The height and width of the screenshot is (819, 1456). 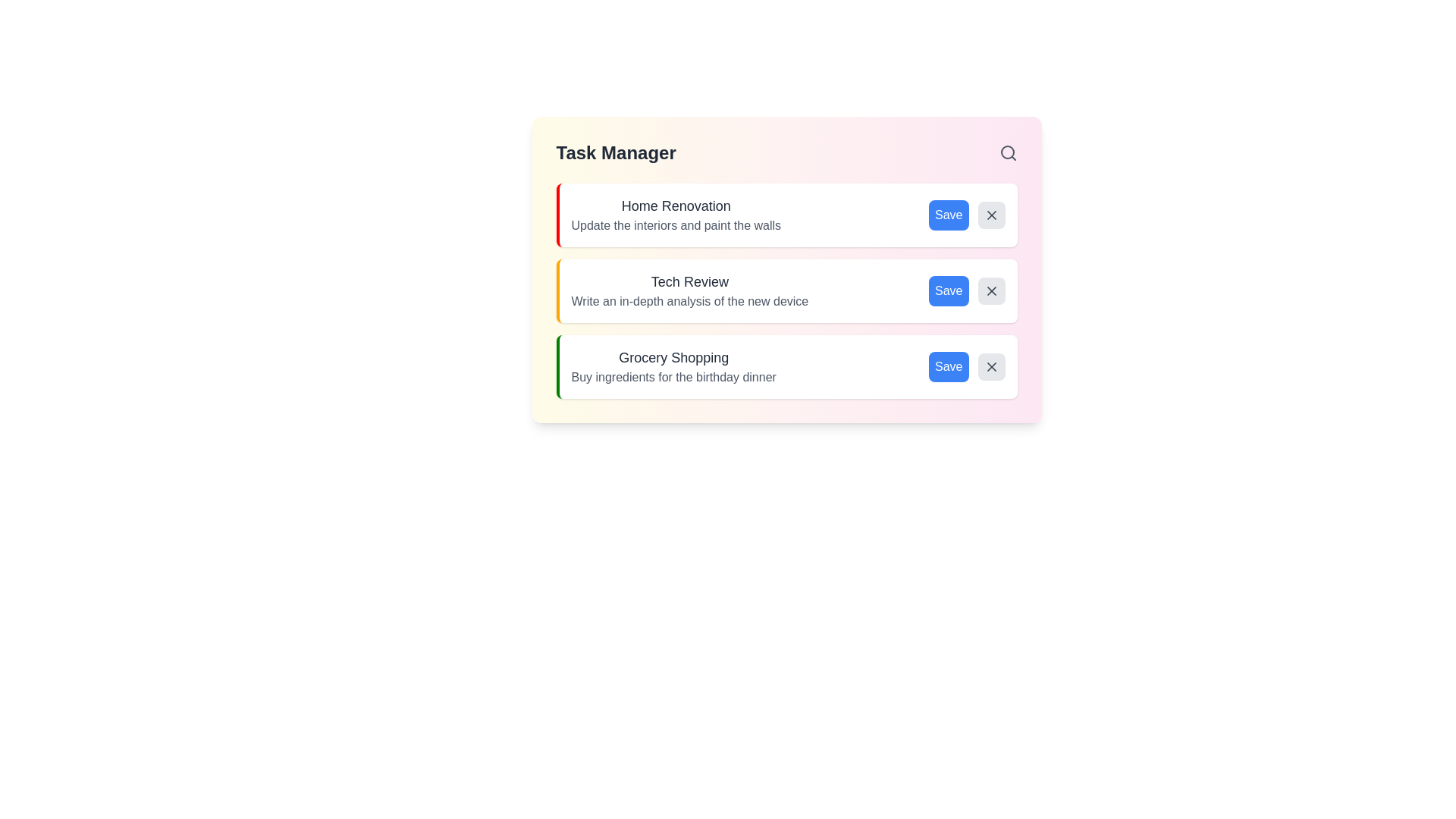 What do you see at coordinates (948, 291) in the screenshot?
I see `the 'Save' button for the task item Tech Review` at bounding box center [948, 291].